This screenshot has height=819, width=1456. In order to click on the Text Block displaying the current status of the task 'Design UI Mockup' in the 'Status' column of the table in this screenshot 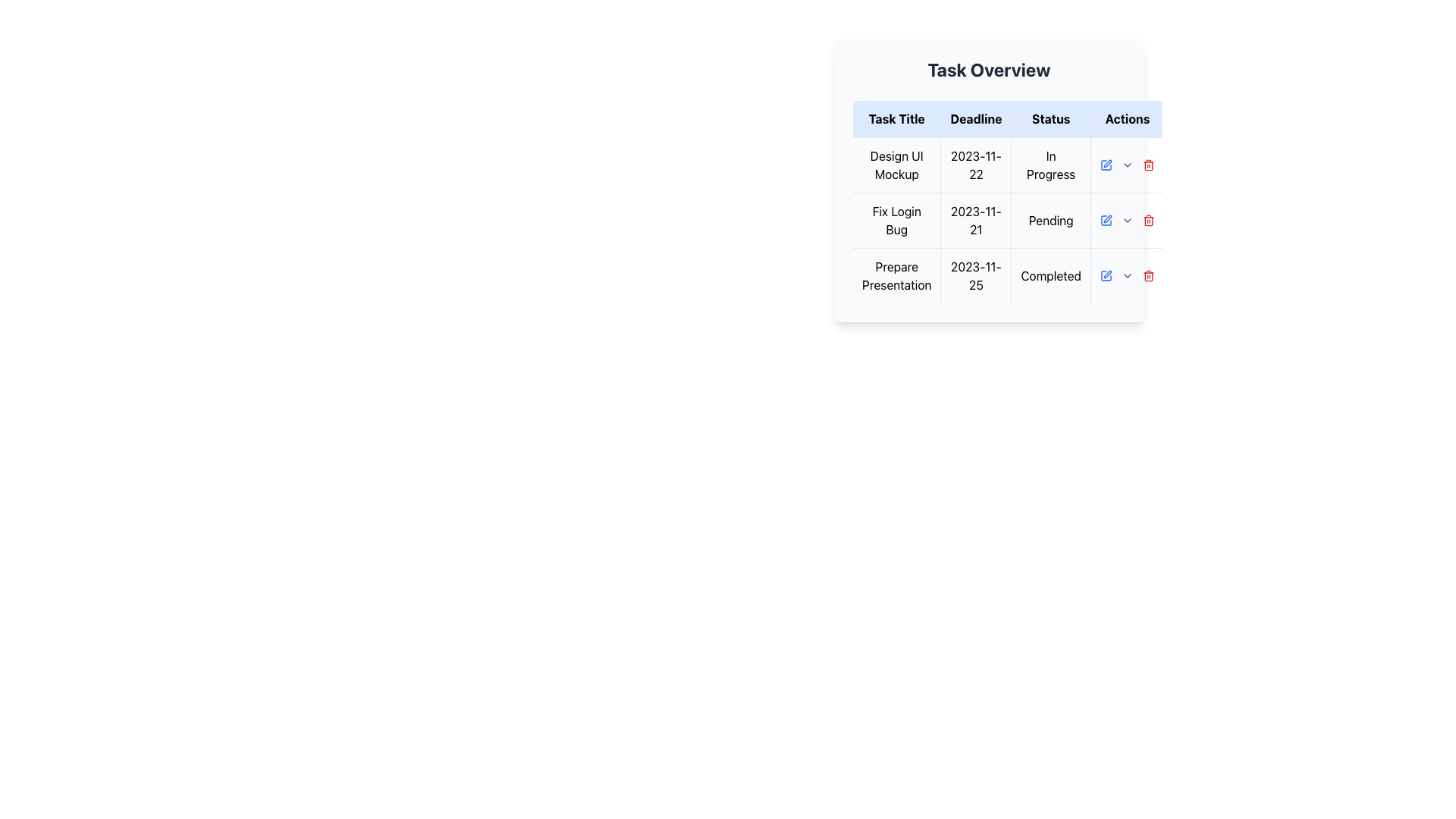, I will do `click(1050, 165)`.